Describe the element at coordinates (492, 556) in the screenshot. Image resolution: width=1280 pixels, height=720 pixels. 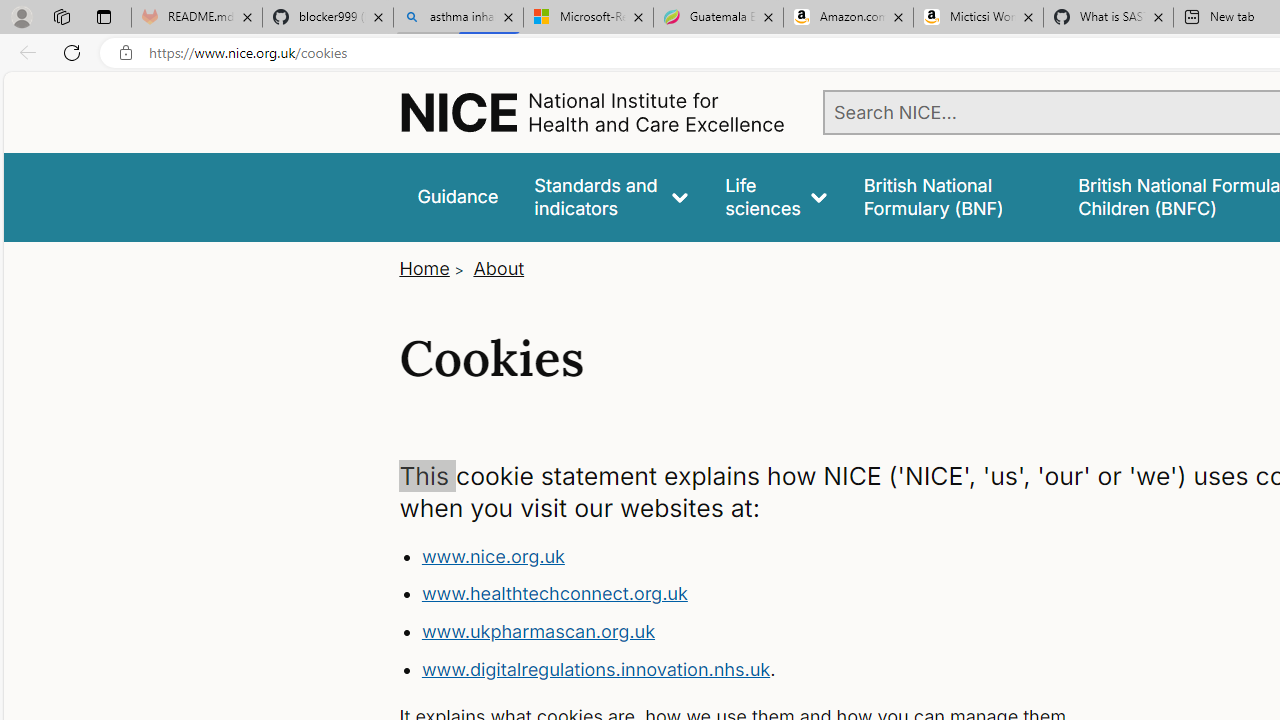
I see `'www.nice.org.uk'` at that location.